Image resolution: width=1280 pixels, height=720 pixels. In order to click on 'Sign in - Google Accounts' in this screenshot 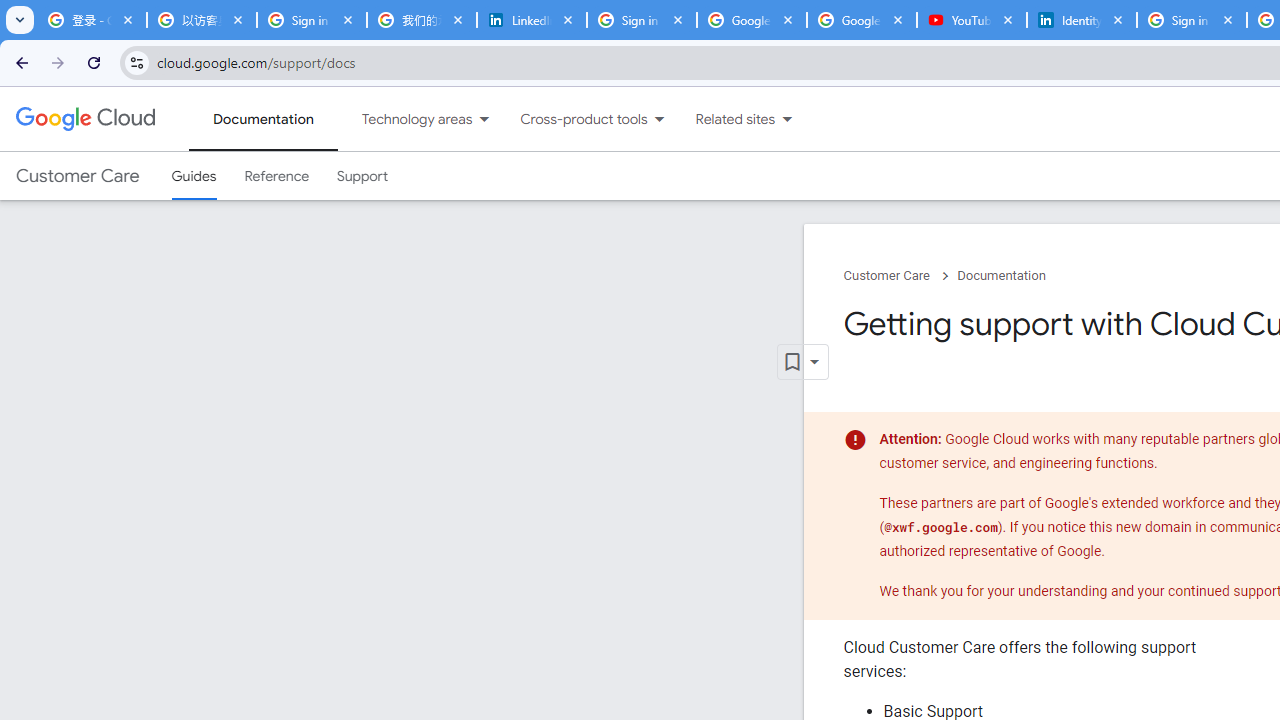, I will do `click(642, 20)`.